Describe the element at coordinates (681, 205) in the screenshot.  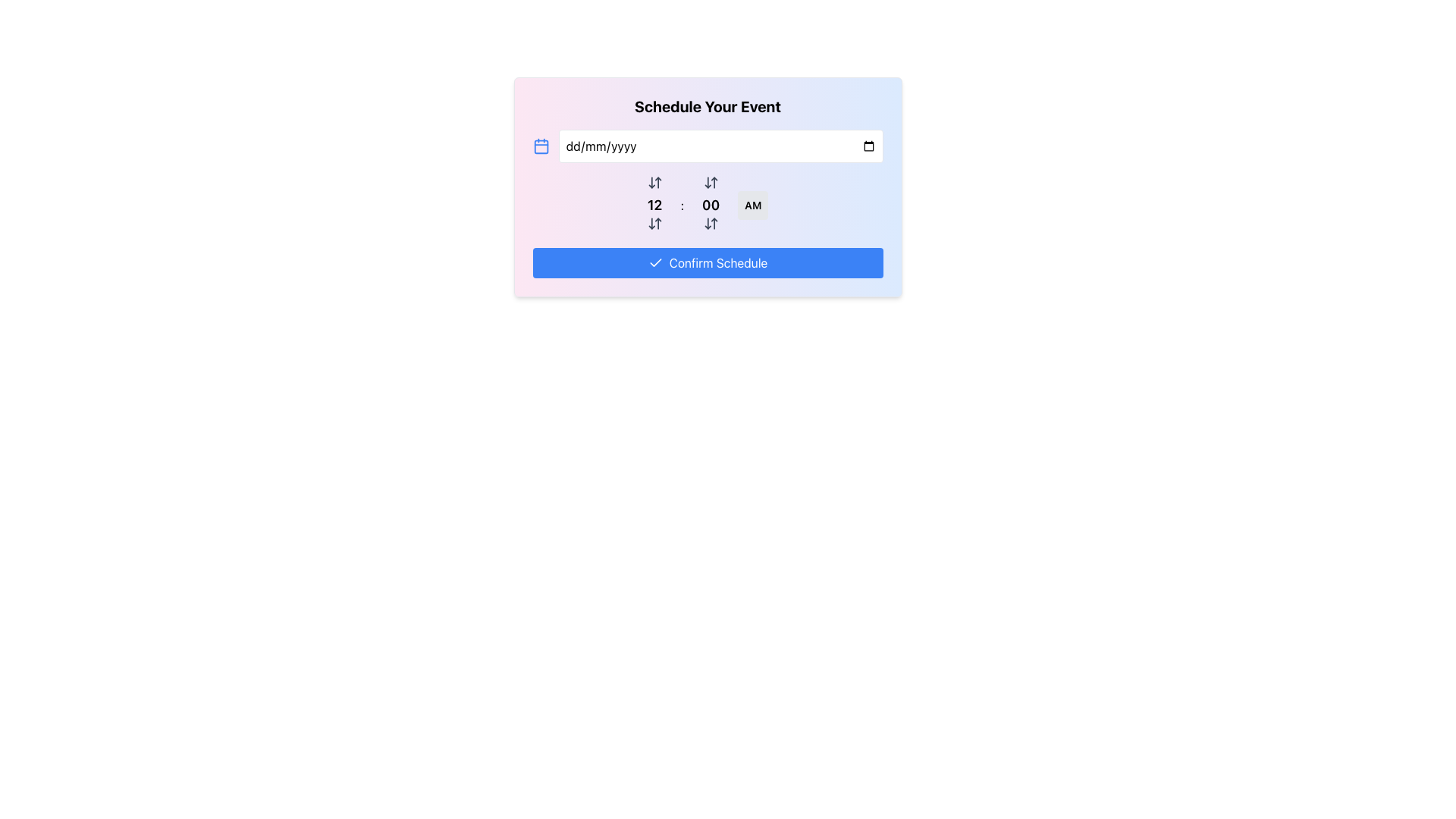
I see `the text label displaying a colon character (':') which is centrally positioned between the numeric elements '12' and '00' in a time display format` at that location.